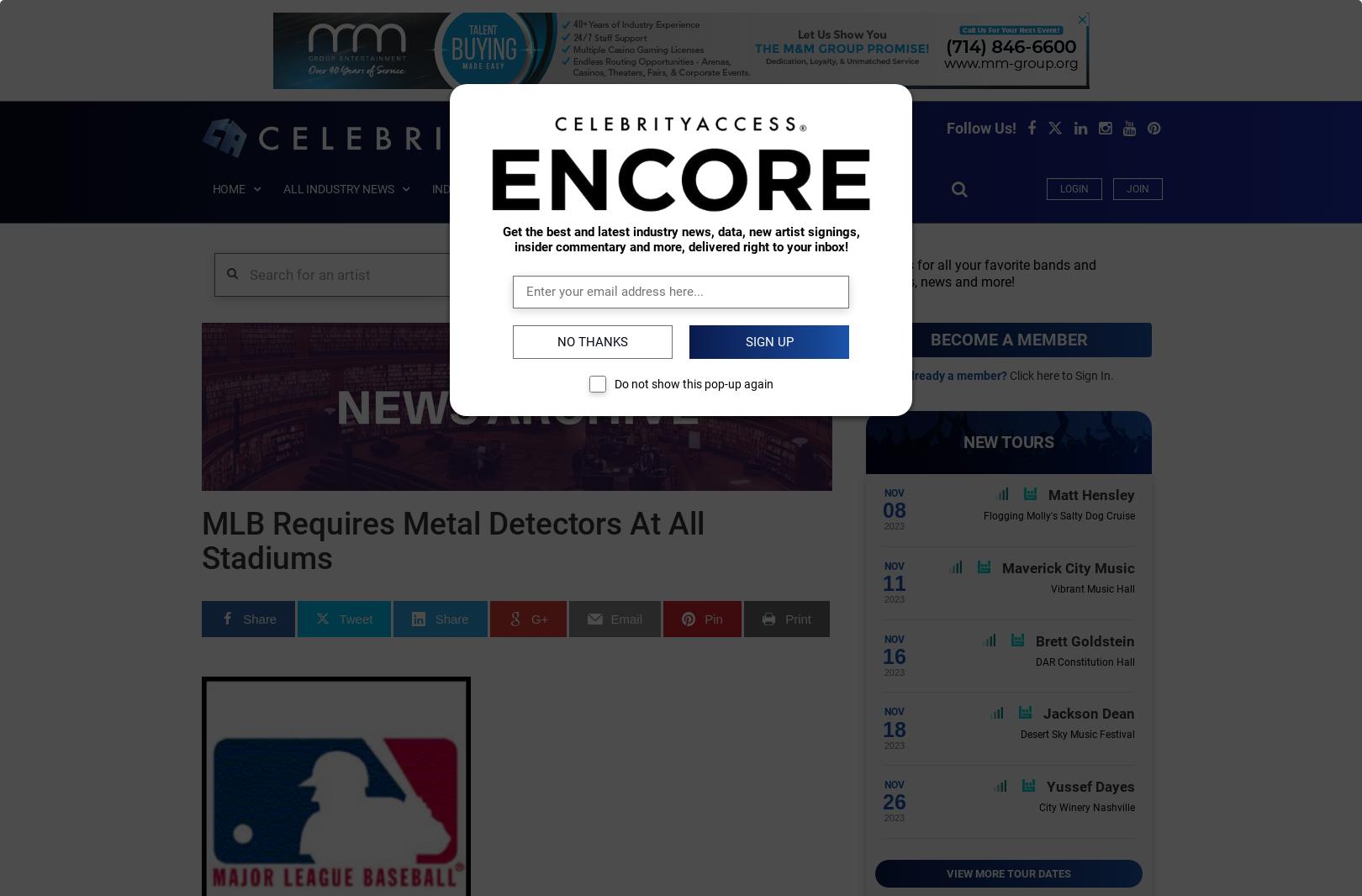  What do you see at coordinates (318, 262) in the screenshot?
I see `'CA News Archive'` at bounding box center [318, 262].